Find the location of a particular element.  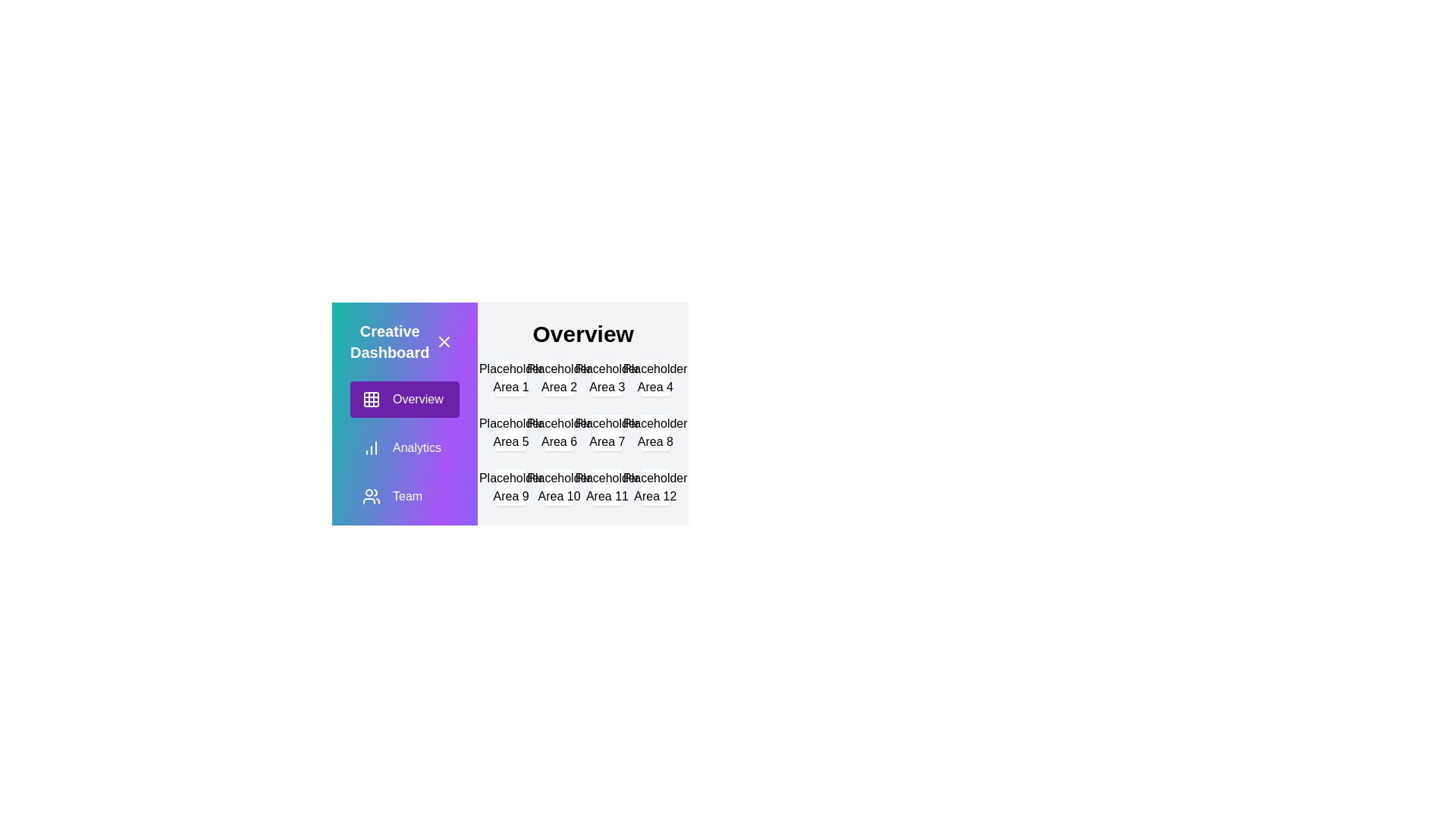

the header text 'Creative Dashboard' is located at coordinates (404, 342).